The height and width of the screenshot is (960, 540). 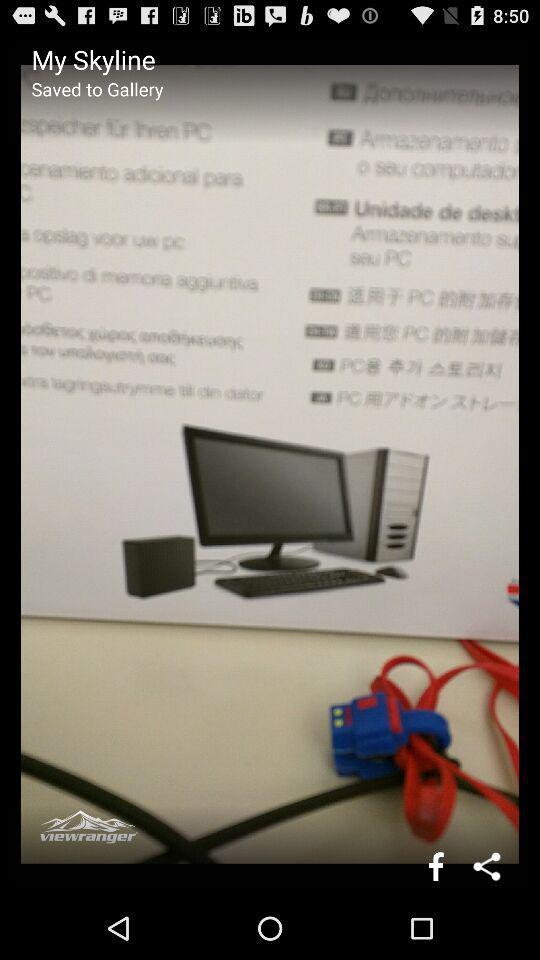 What do you see at coordinates (487, 865) in the screenshot?
I see `share` at bounding box center [487, 865].